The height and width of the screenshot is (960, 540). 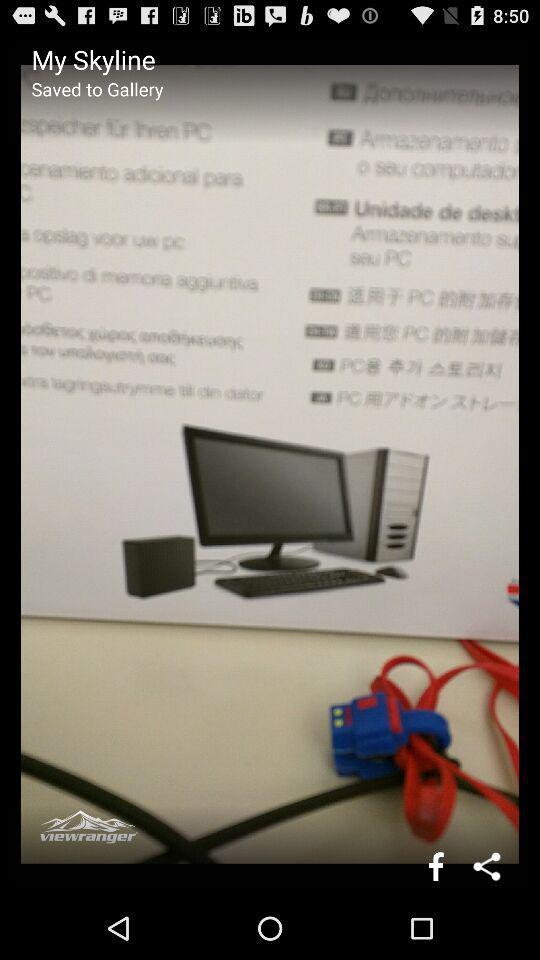 What do you see at coordinates (487, 865) in the screenshot?
I see `share` at bounding box center [487, 865].